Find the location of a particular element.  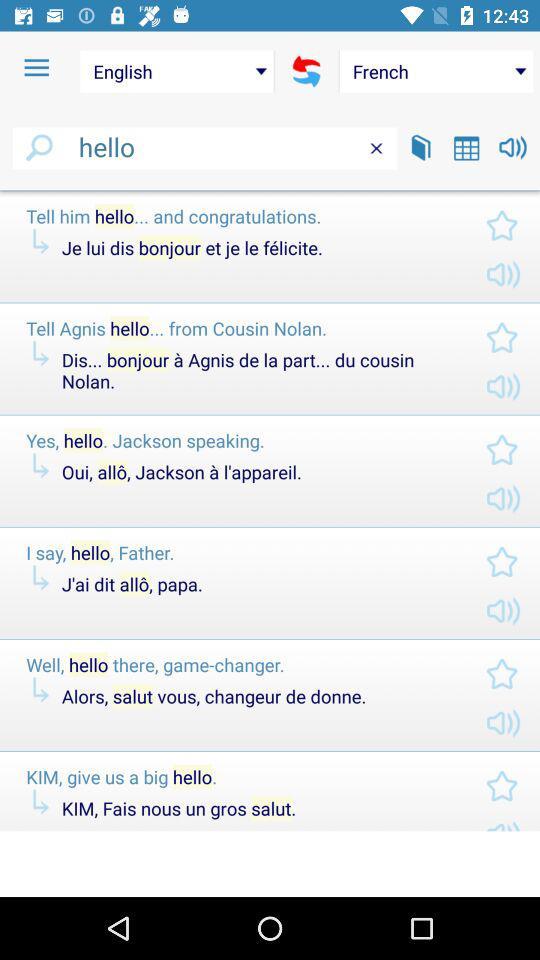

the book icon is located at coordinates (420, 146).